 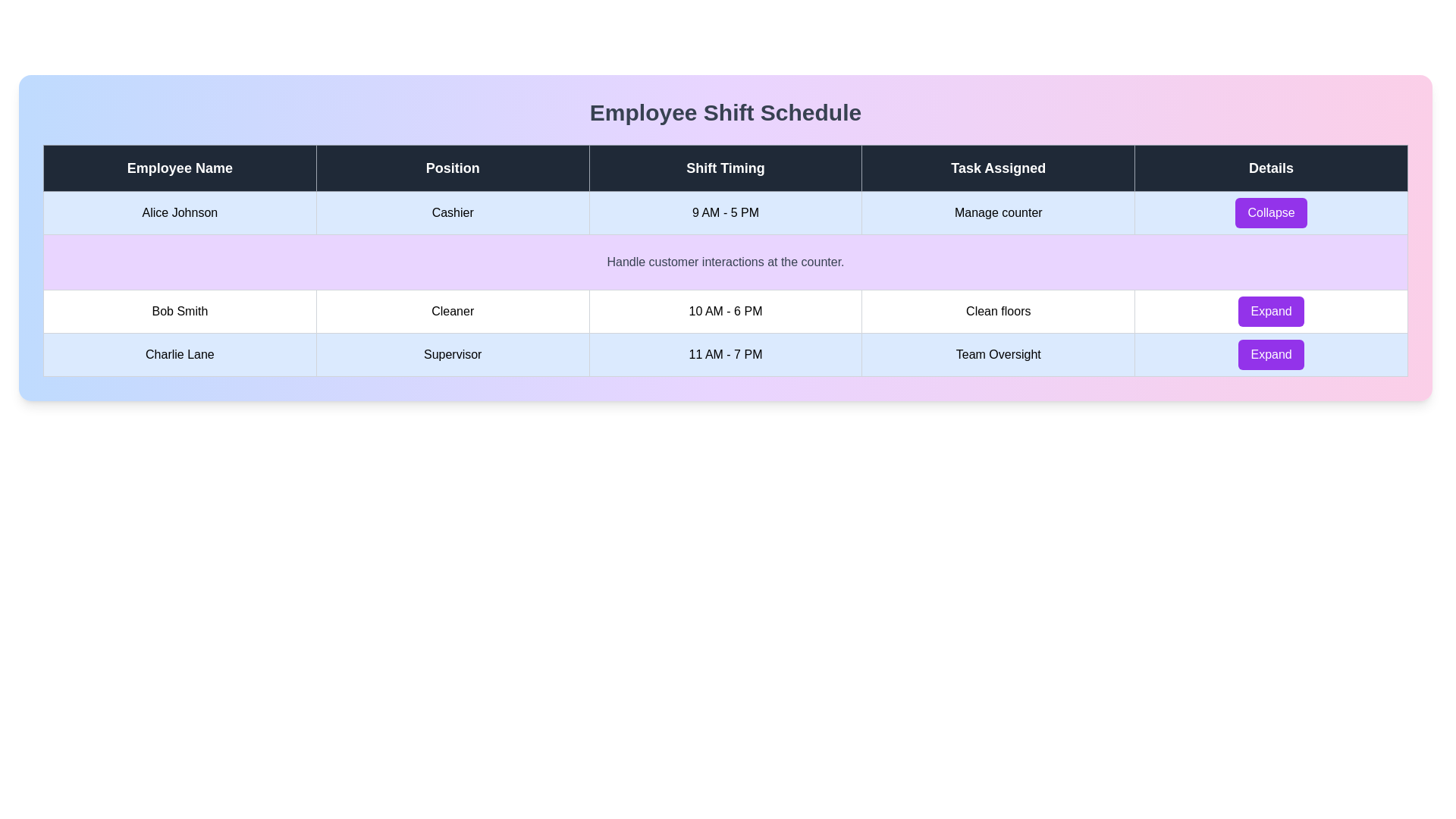 I want to click on the toggle button in the 'Details' column of the employee shift schedule table for Alice Johnson to enable accessibility interactions, so click(x=1271, y=213).